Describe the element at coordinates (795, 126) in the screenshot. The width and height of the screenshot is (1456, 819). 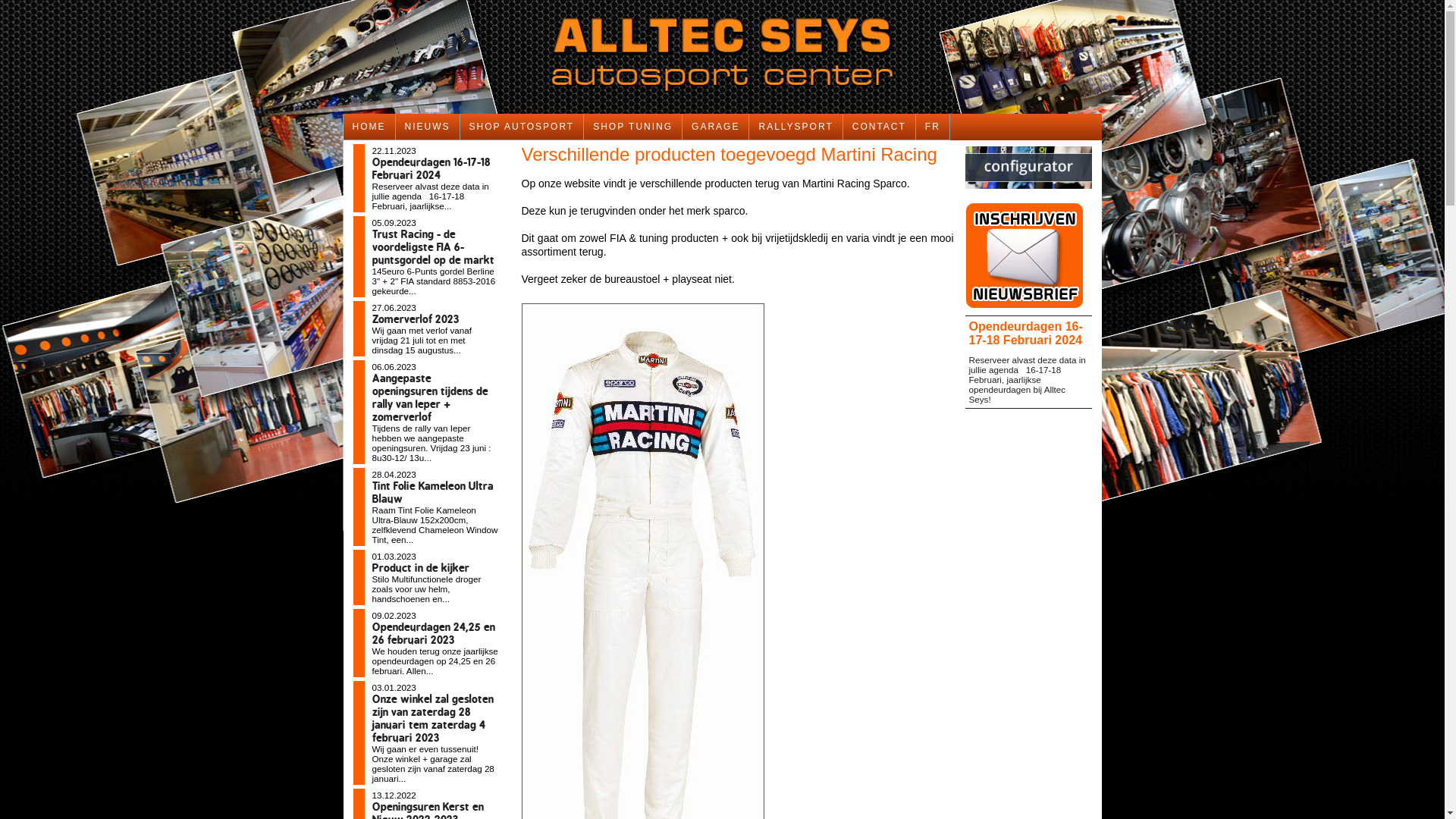
I see `'RALLYSPORT'` at that location.